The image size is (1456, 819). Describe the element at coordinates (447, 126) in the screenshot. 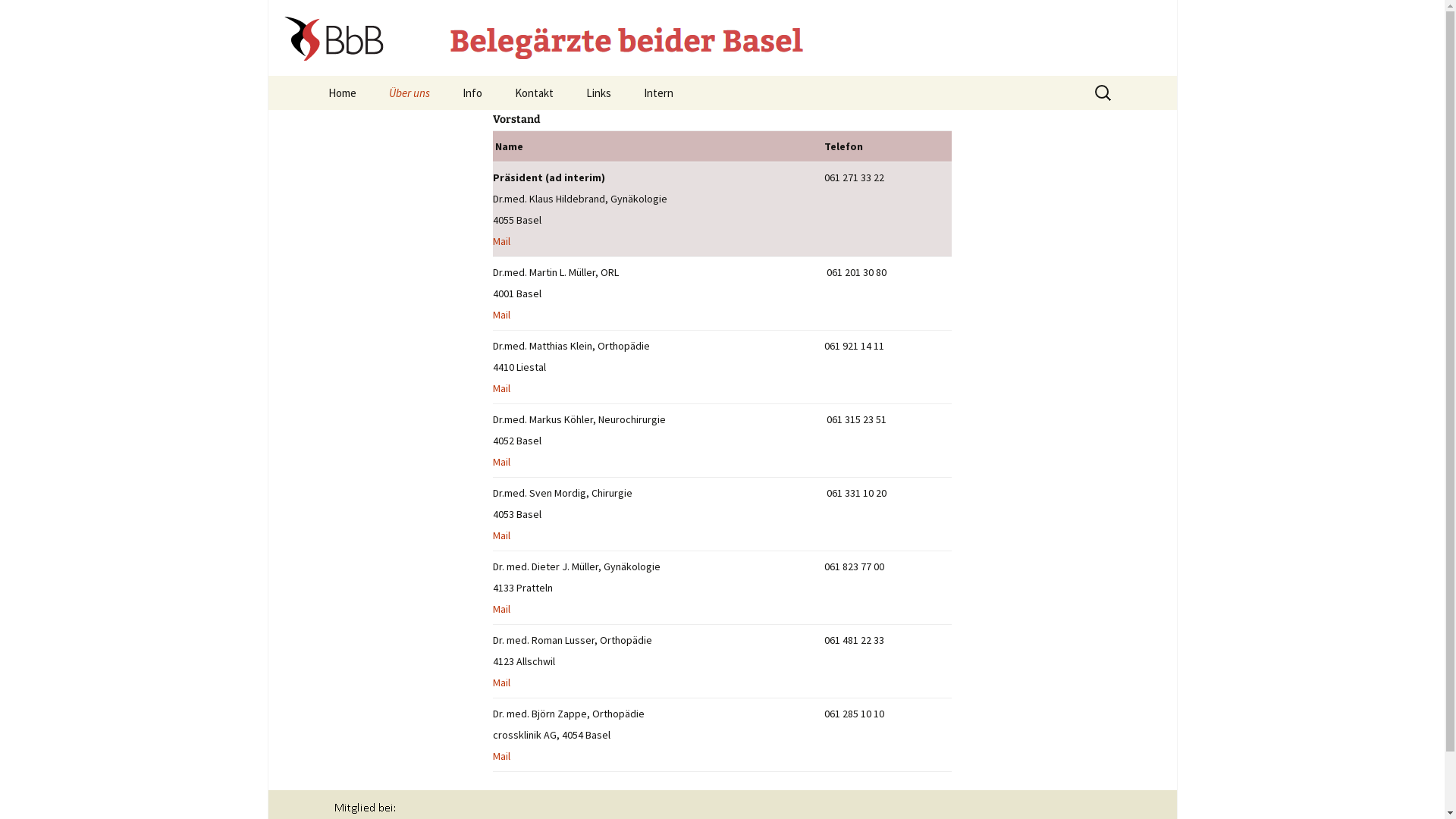

I see `'Die BbB'` at that location.